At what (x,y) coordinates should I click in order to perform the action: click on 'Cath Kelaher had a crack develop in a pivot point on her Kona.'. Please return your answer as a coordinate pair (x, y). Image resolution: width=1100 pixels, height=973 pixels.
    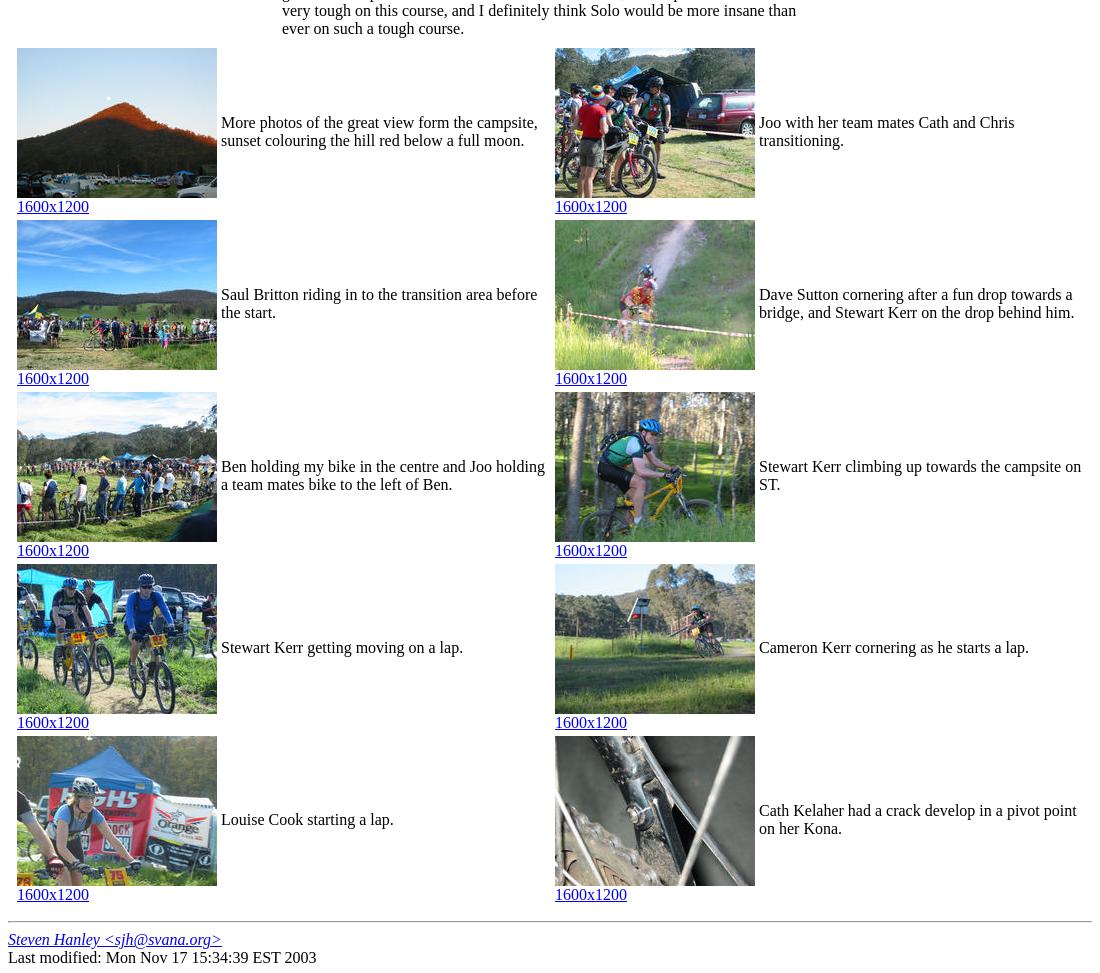
    Looking at the image, I should click on (917, 818).